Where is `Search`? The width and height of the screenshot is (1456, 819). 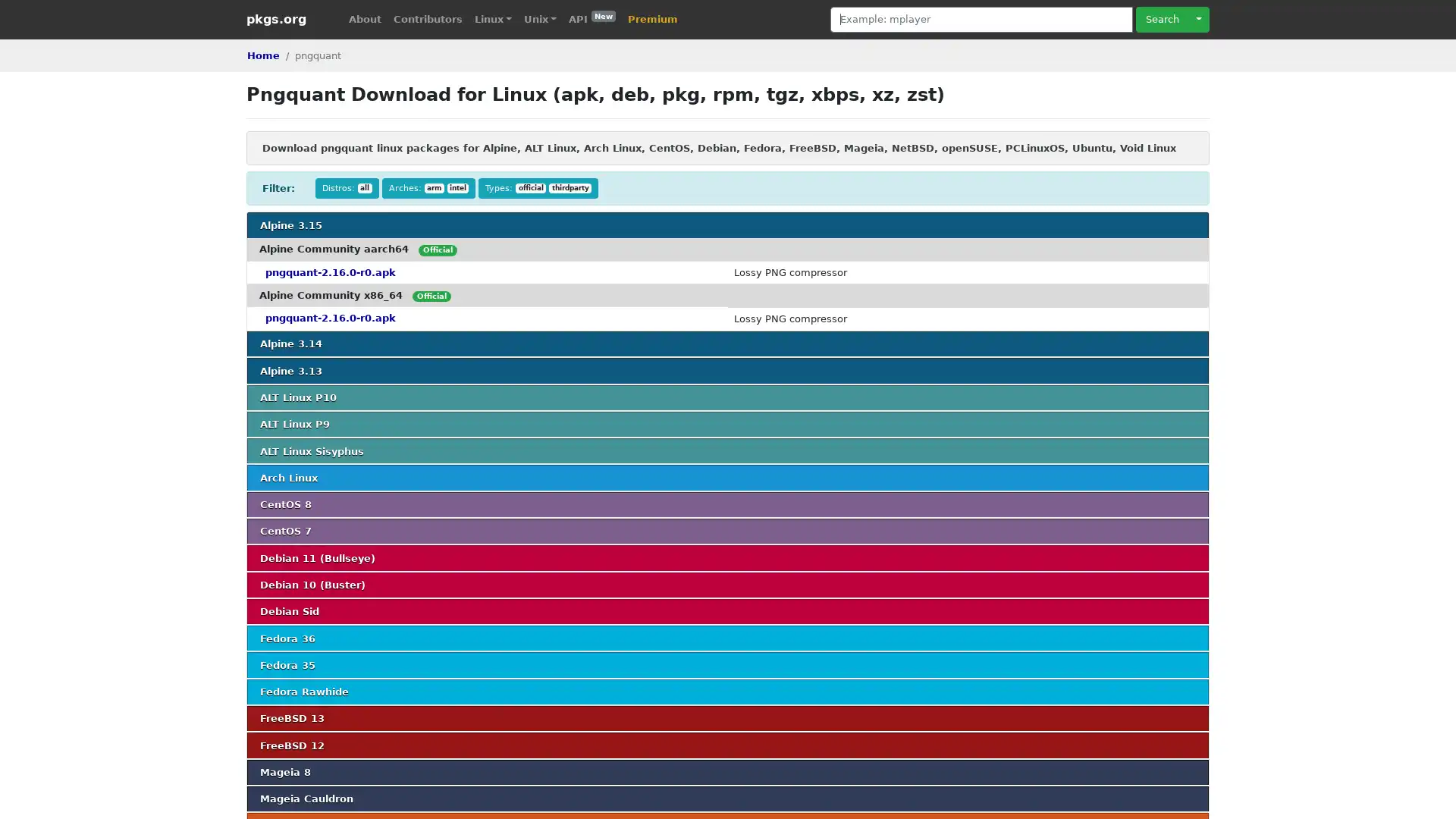 Search is located at coordinates (1161, 19).